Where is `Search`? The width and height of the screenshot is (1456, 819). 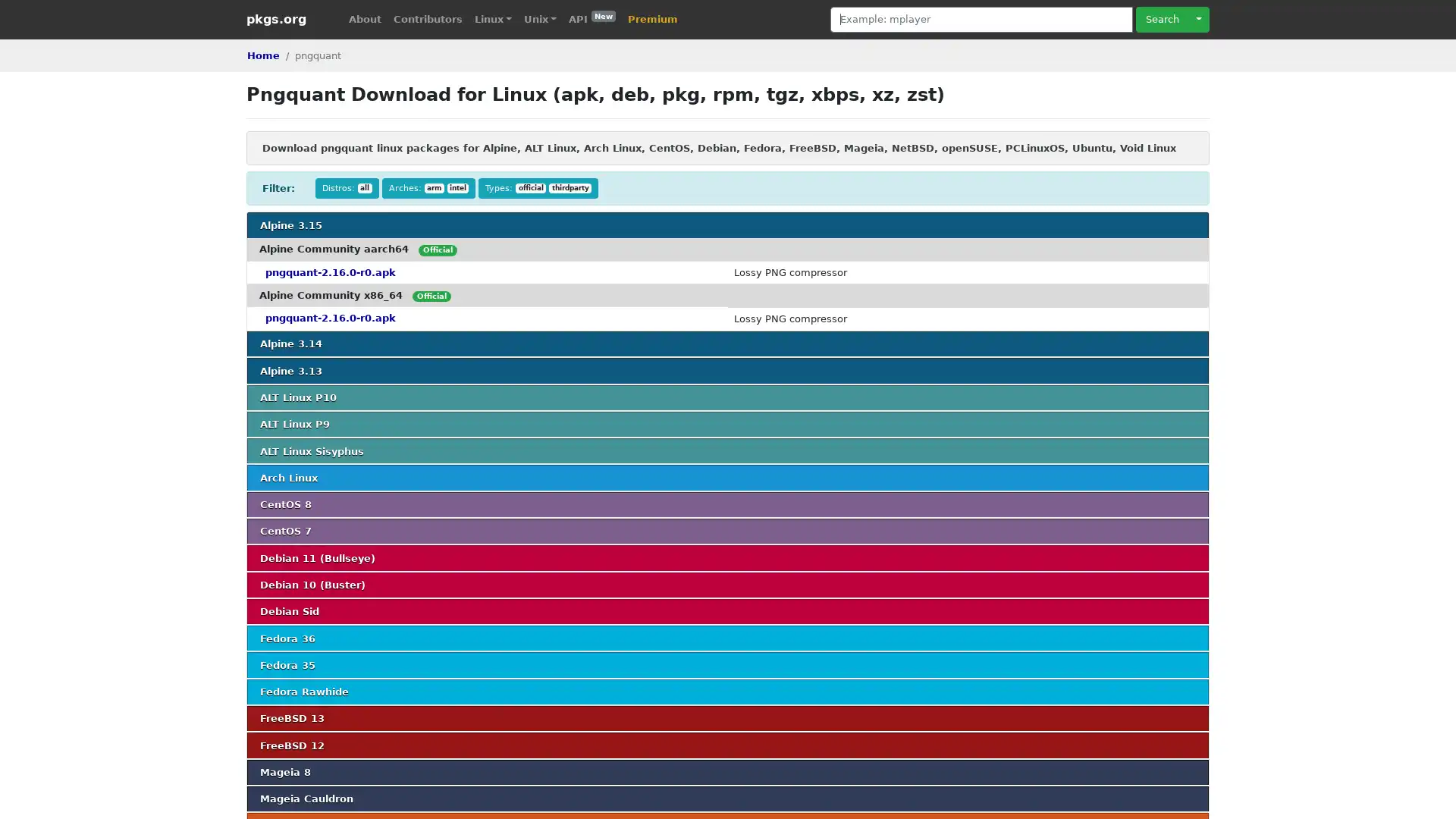 Search is located at coordinates (1161, 19).